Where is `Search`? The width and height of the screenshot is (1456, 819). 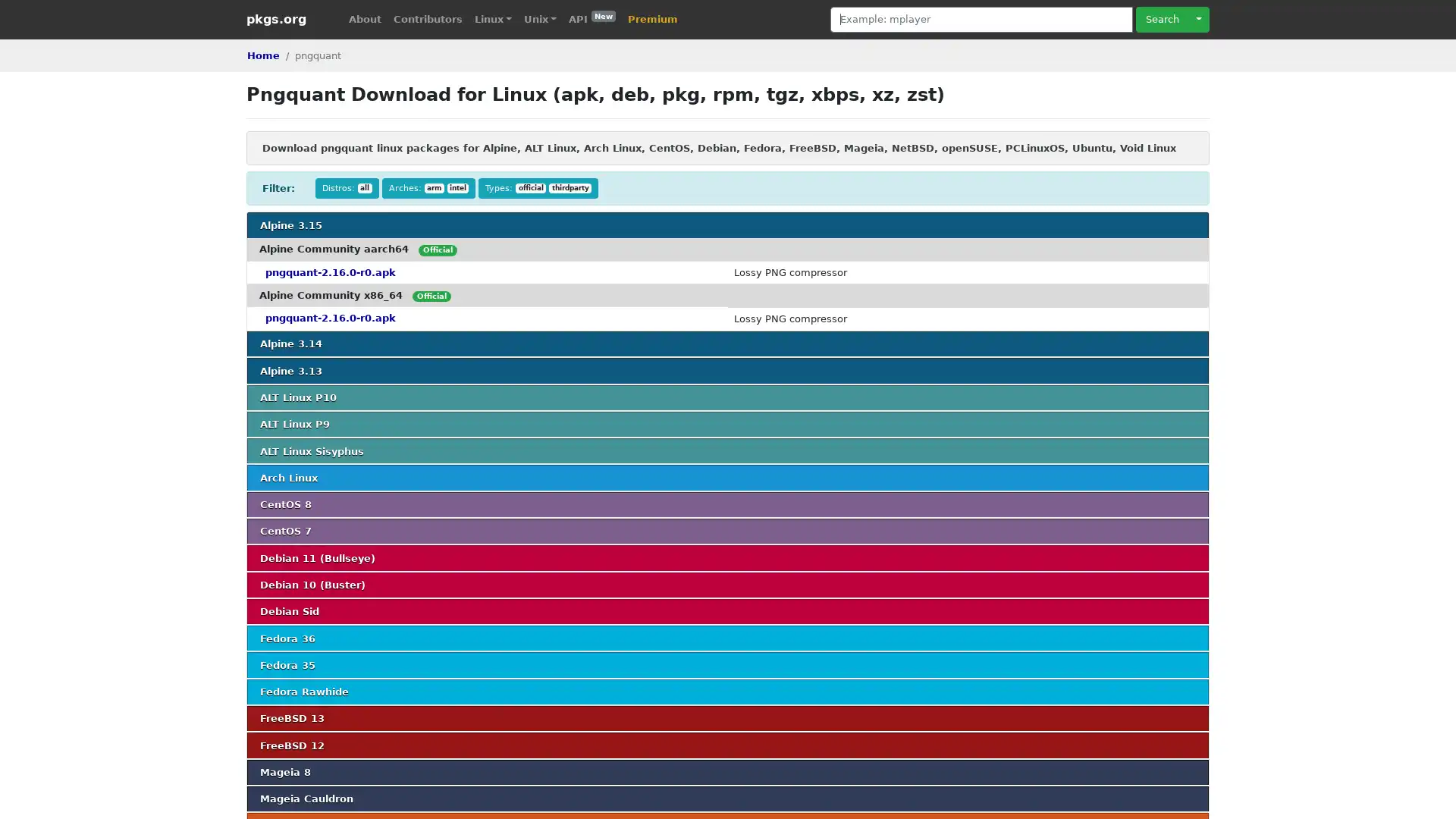 Search is located at coordinates (1161, 19).